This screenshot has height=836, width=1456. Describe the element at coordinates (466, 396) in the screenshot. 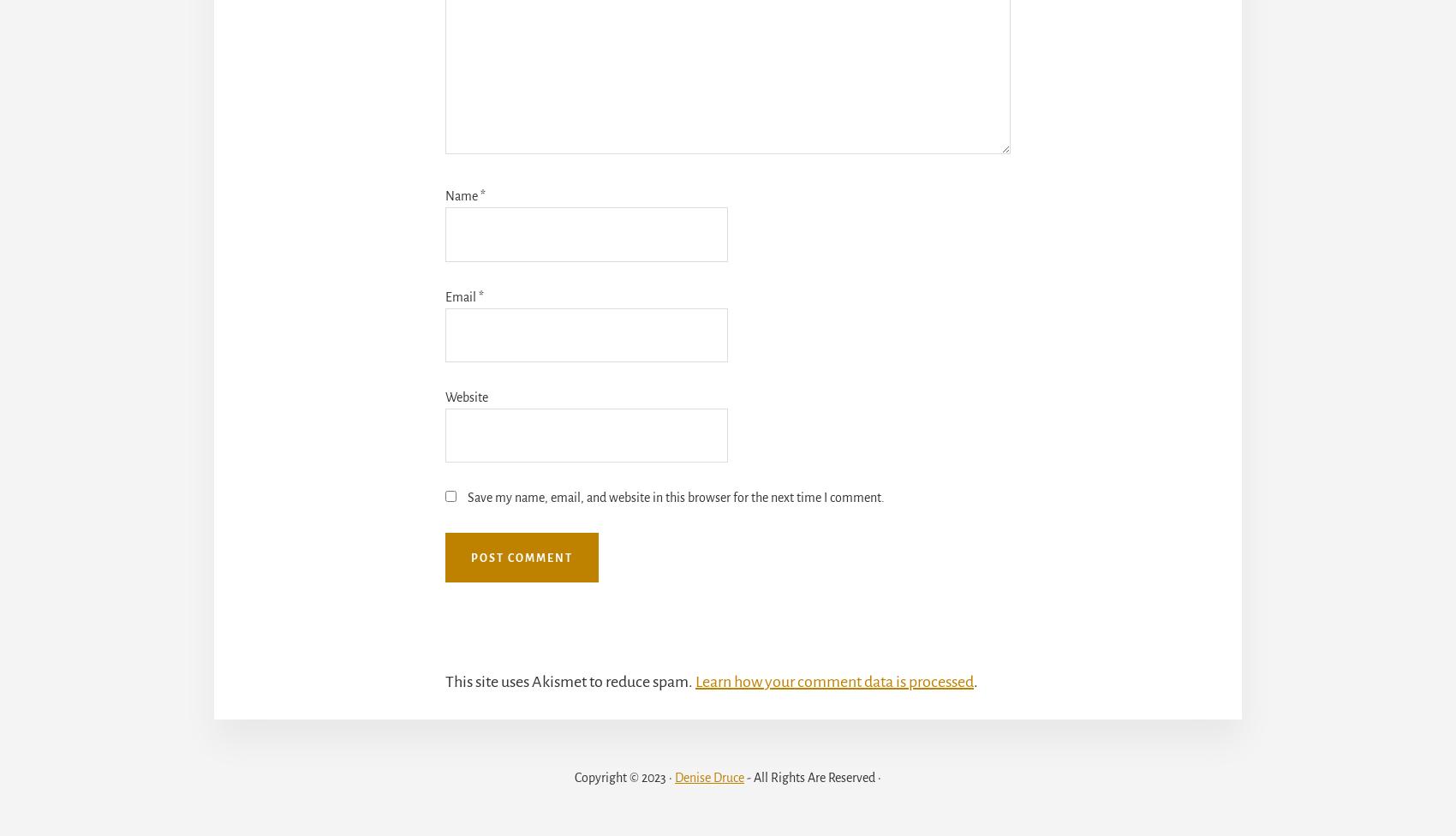

I see `'Website'` at that location.